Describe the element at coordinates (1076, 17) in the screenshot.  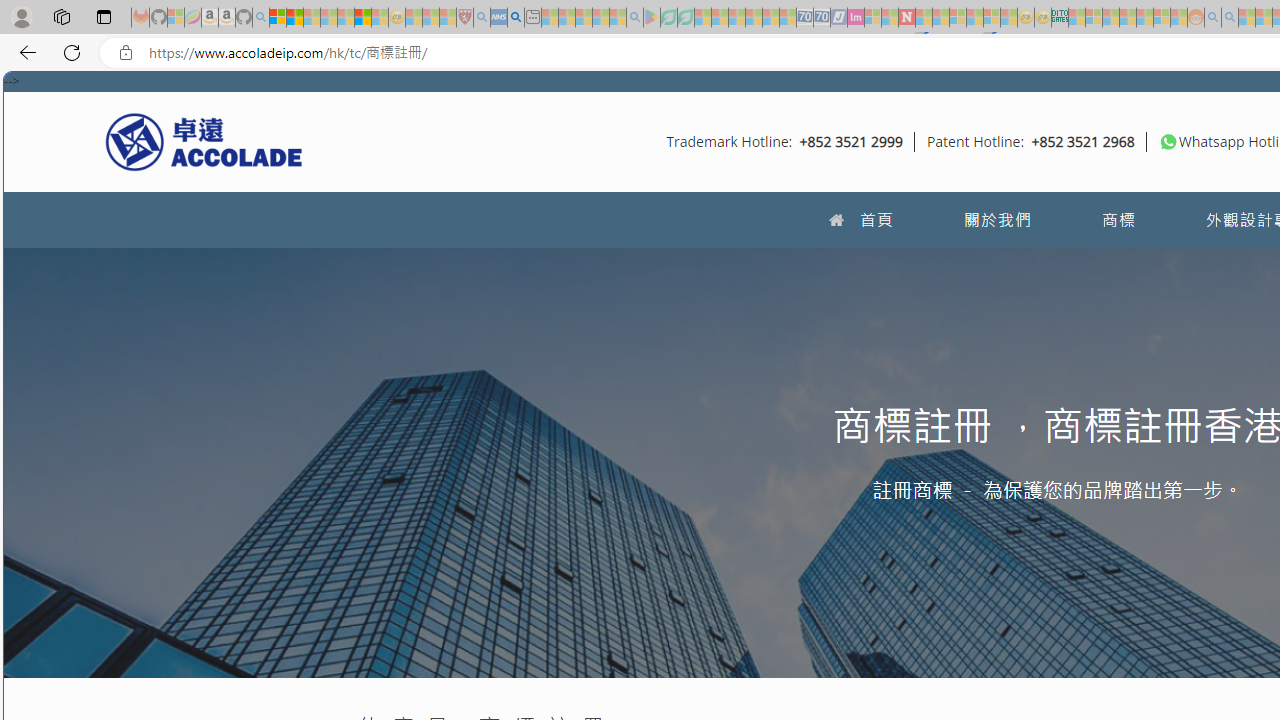
I see `'MSNBC - MSN - Sleeping'` at that location.